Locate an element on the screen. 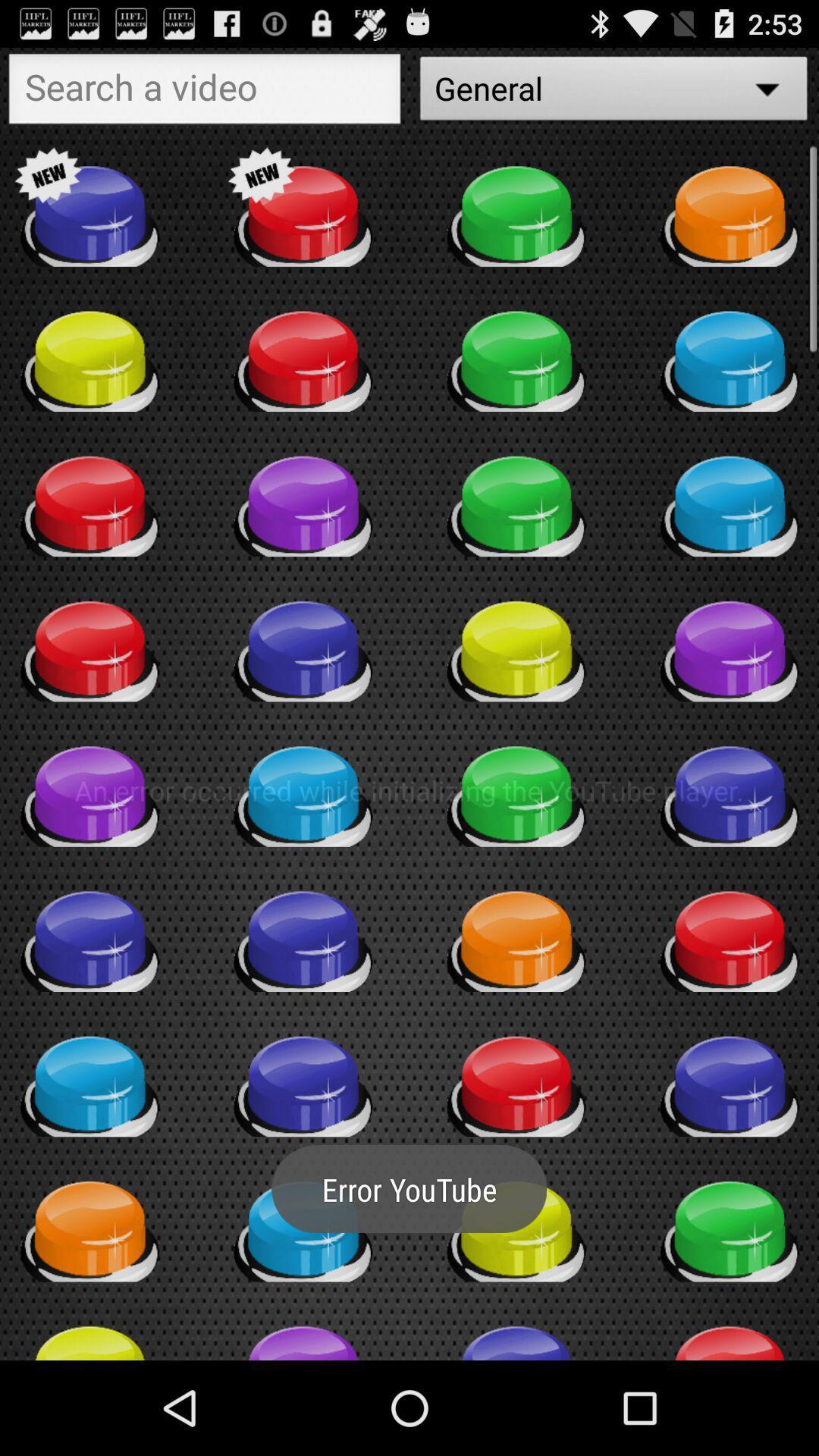 The image size is (819, 1456). what to search is located at coordinates (205, 92).